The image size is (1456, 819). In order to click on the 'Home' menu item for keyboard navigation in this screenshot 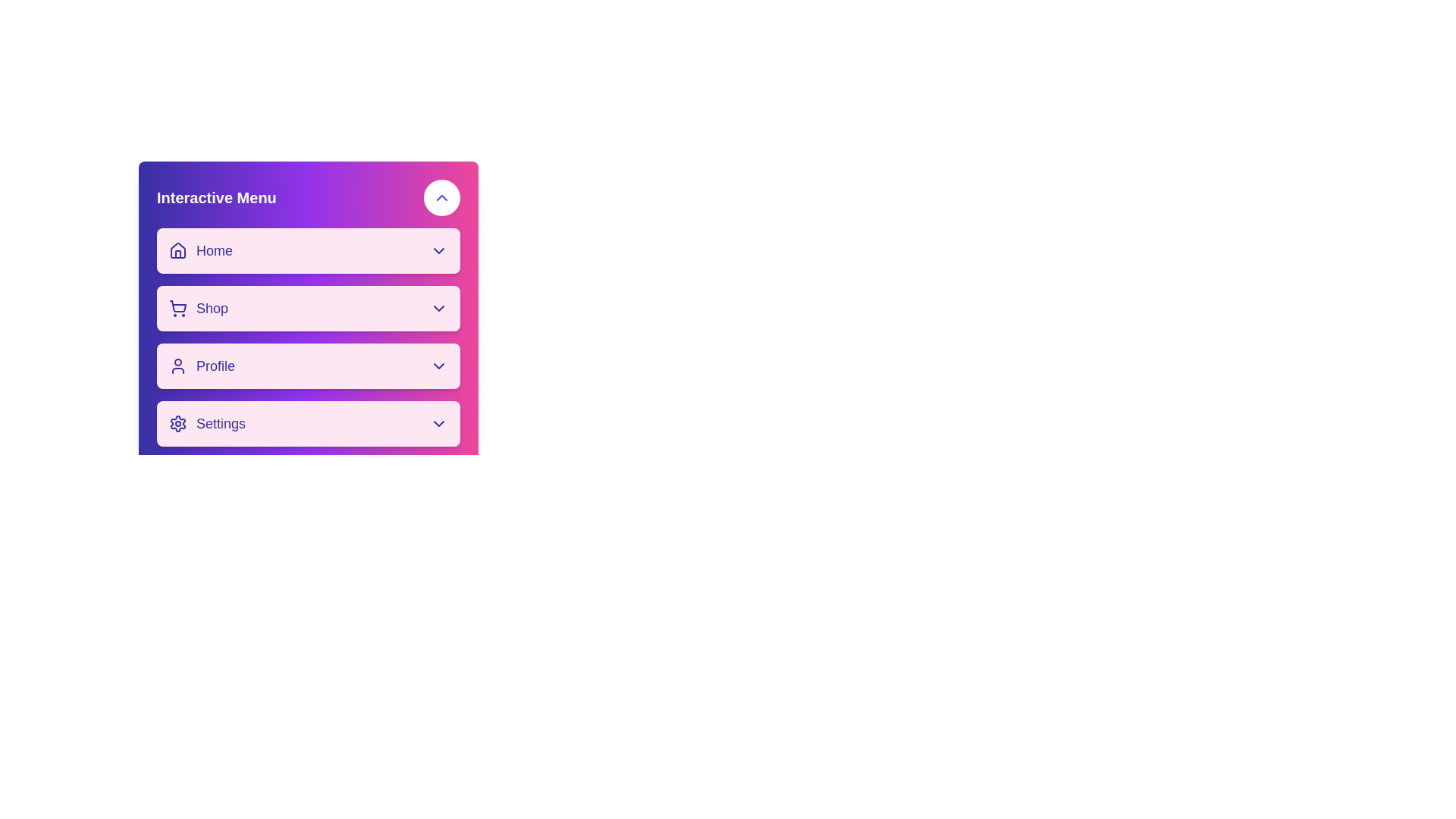, I will do `click(199, 250)`.